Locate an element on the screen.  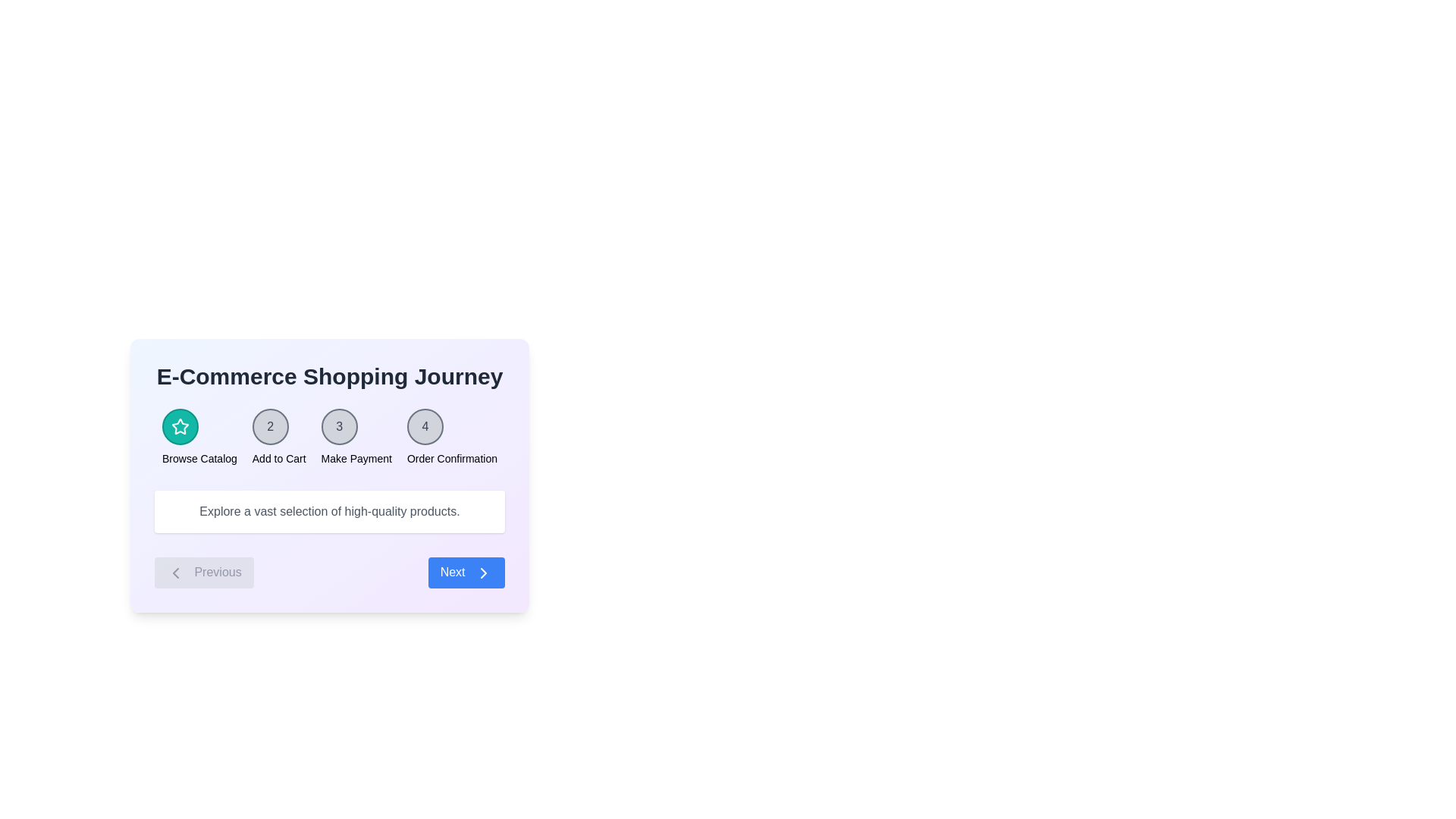
the Chevron Left icon which indicates navigation to the previous step in the step-based navigation interface is located at coordinates (175, 573).